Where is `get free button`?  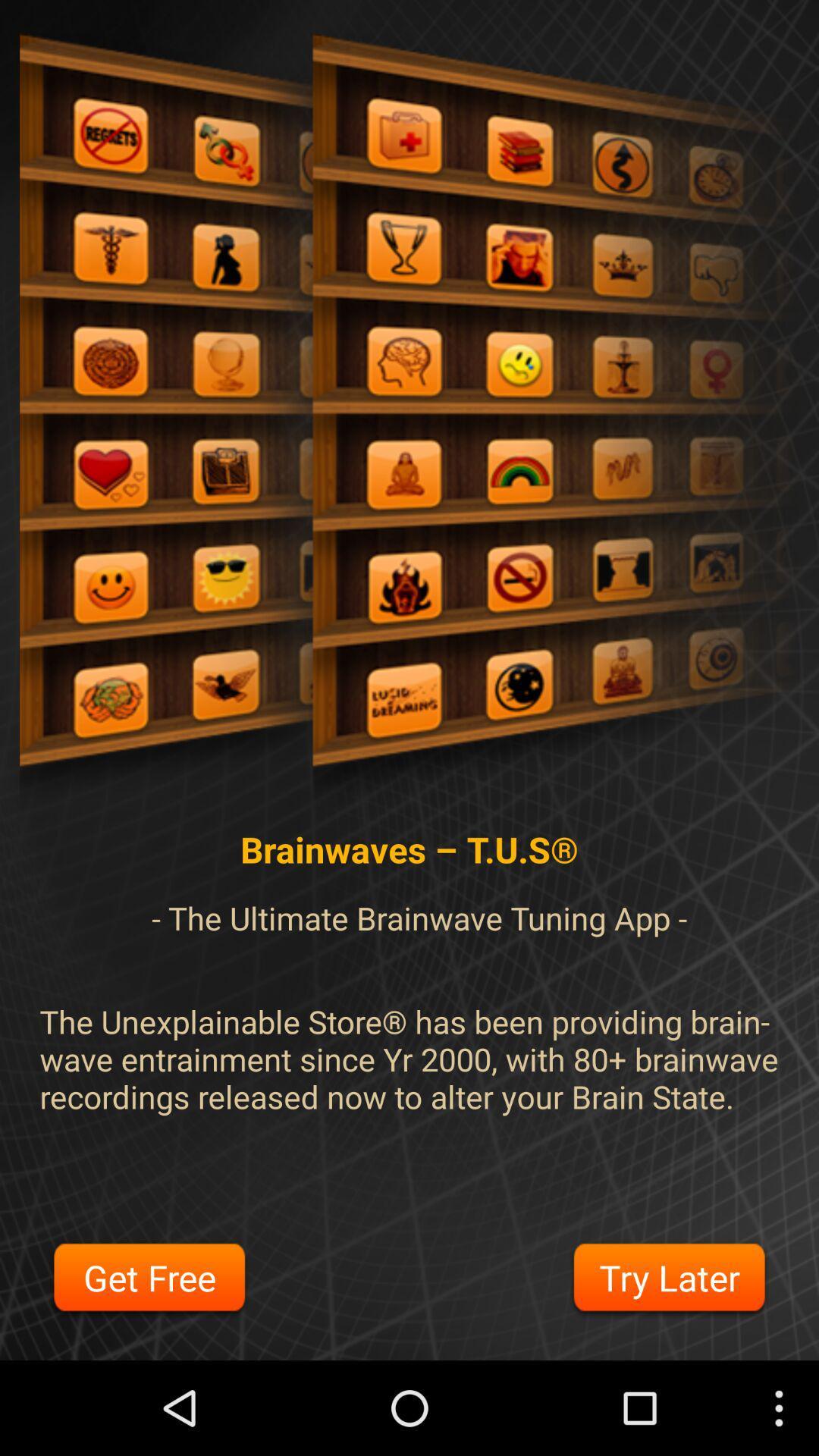
get free button is located at coordinates (149, 1280).